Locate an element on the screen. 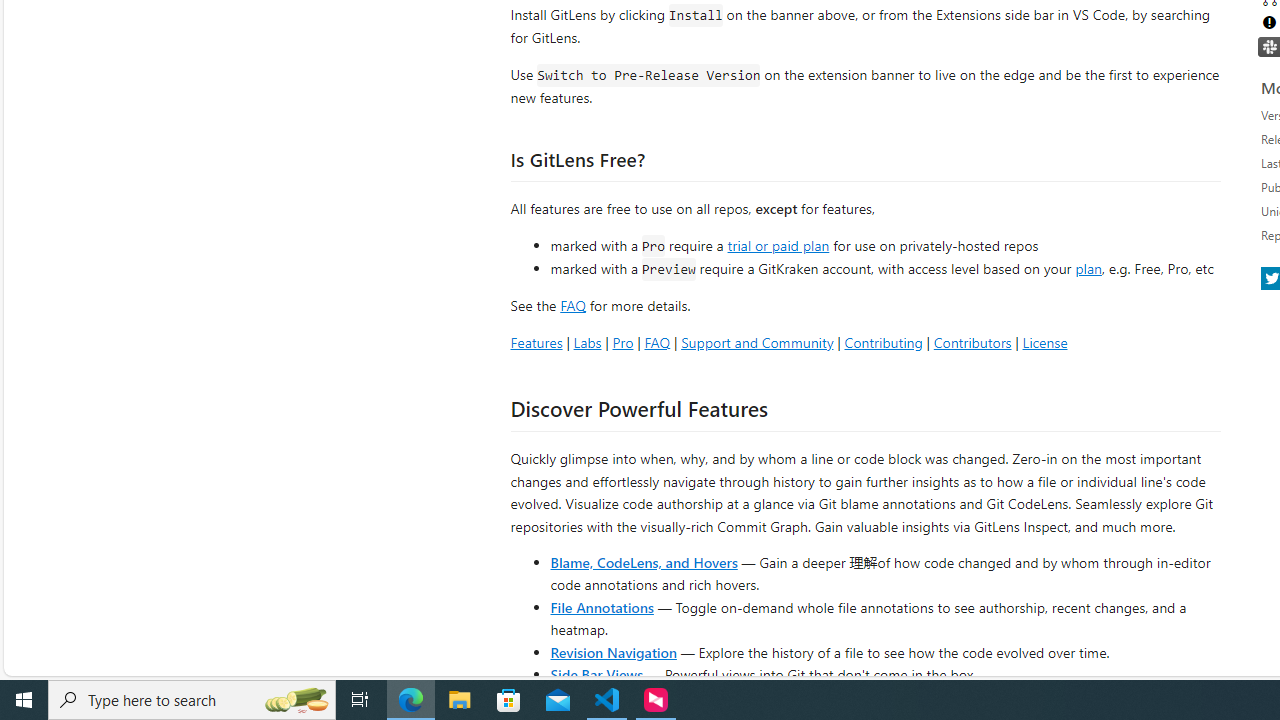 This screenshot has width=1280, height=720. 'Contributing' is located at coordinates (882, 341).